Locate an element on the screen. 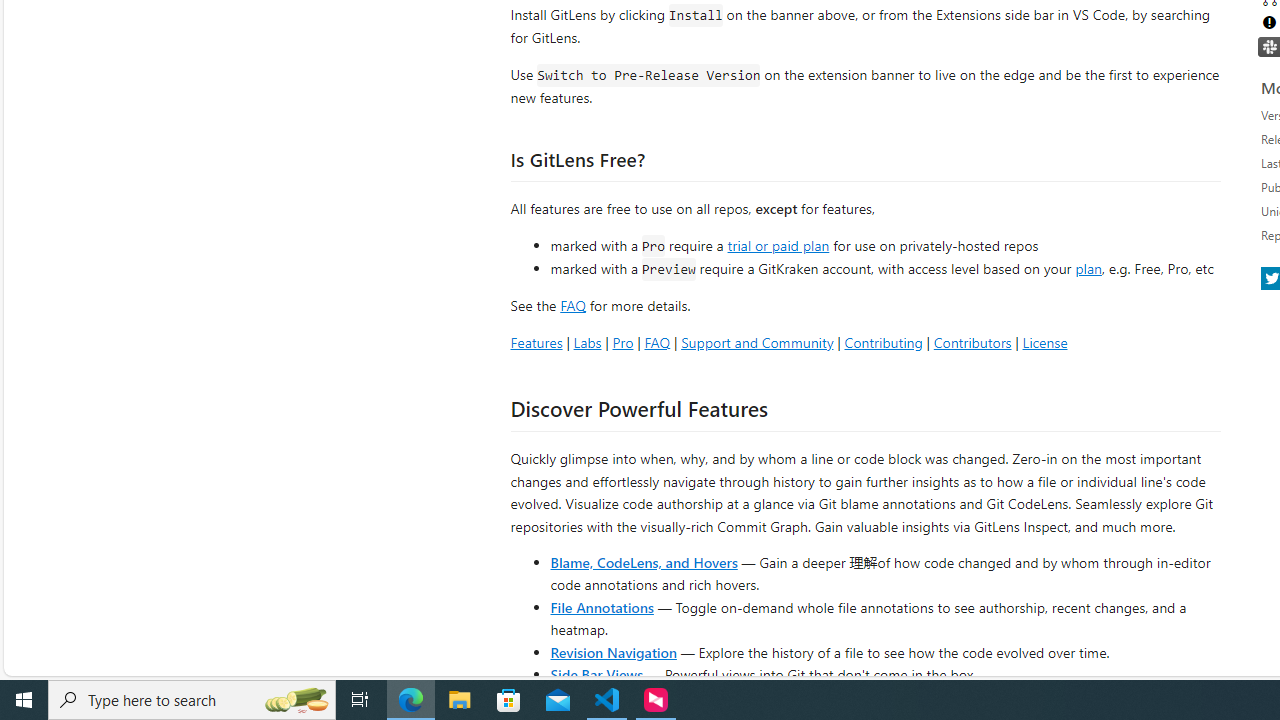 This screenshot has width=1280, height=720. 'Contributing' is located at coordinates (882, 341).